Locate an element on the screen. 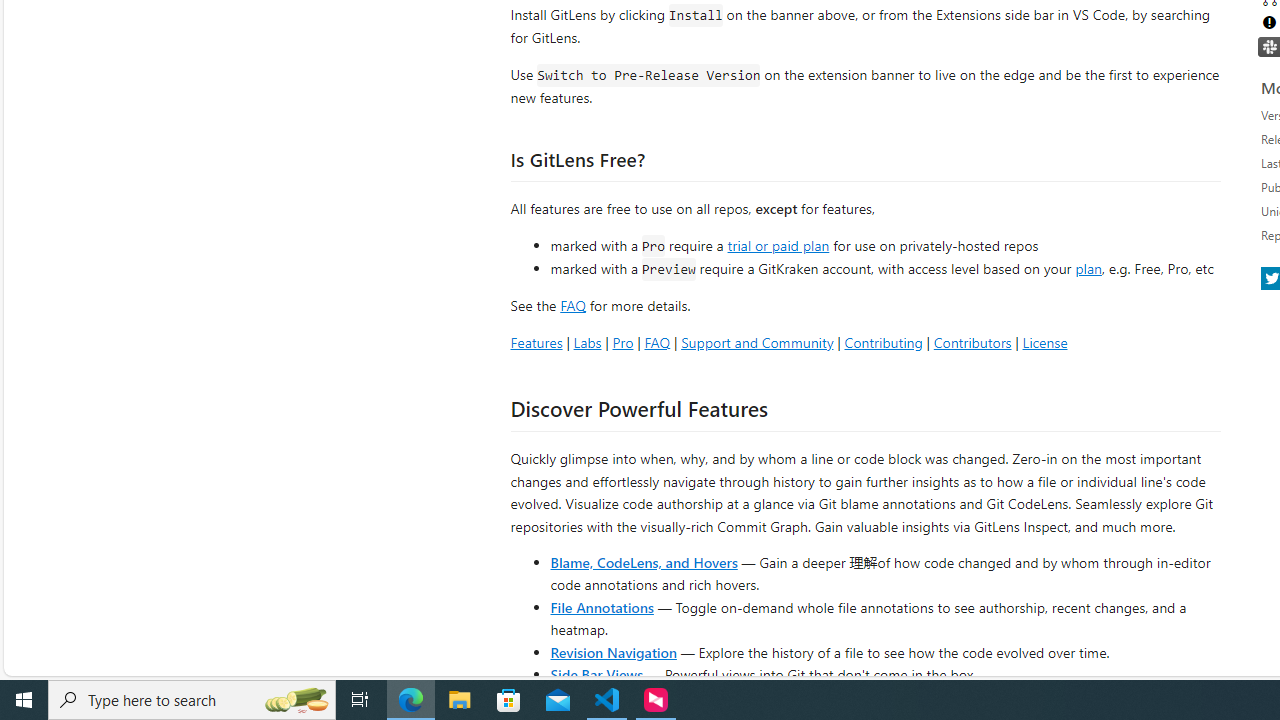 This screenshot has width=1280, height=720. 'Contributing' is located at coordinates (882, 341).